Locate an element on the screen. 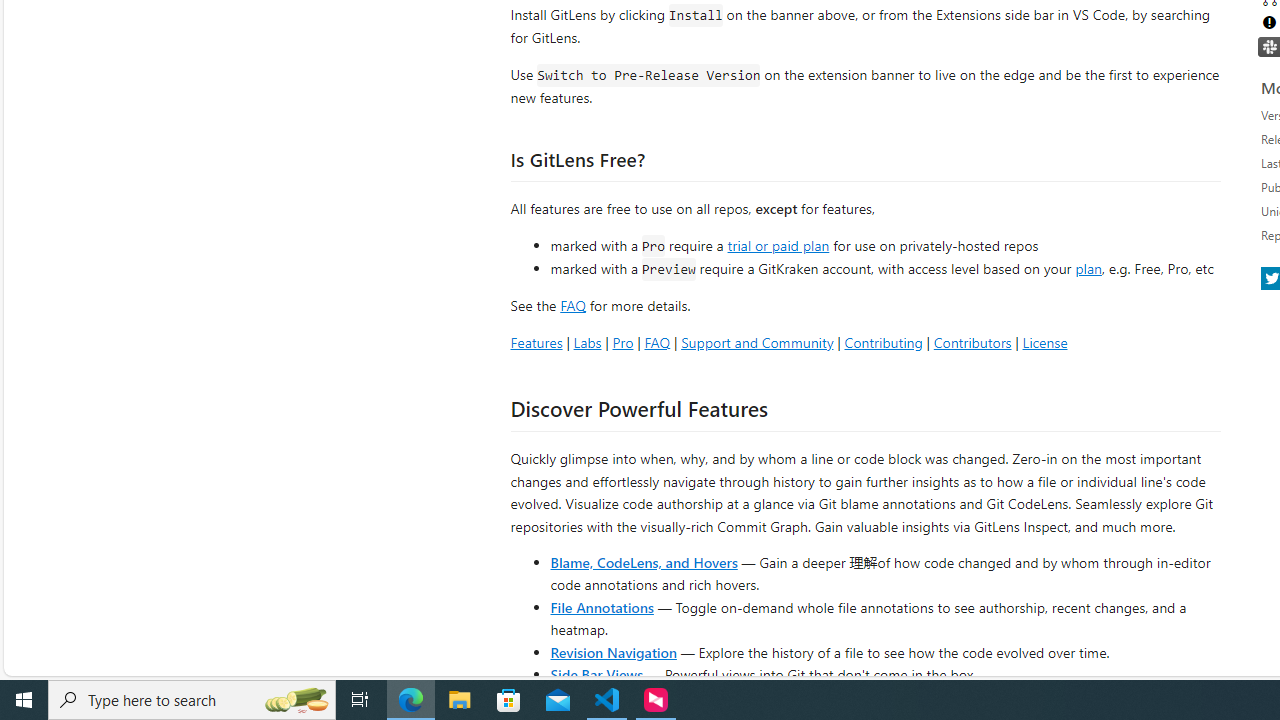 This screenshot has width=1280, height=720. 'Contributing' is located at coordinates (882, 341).